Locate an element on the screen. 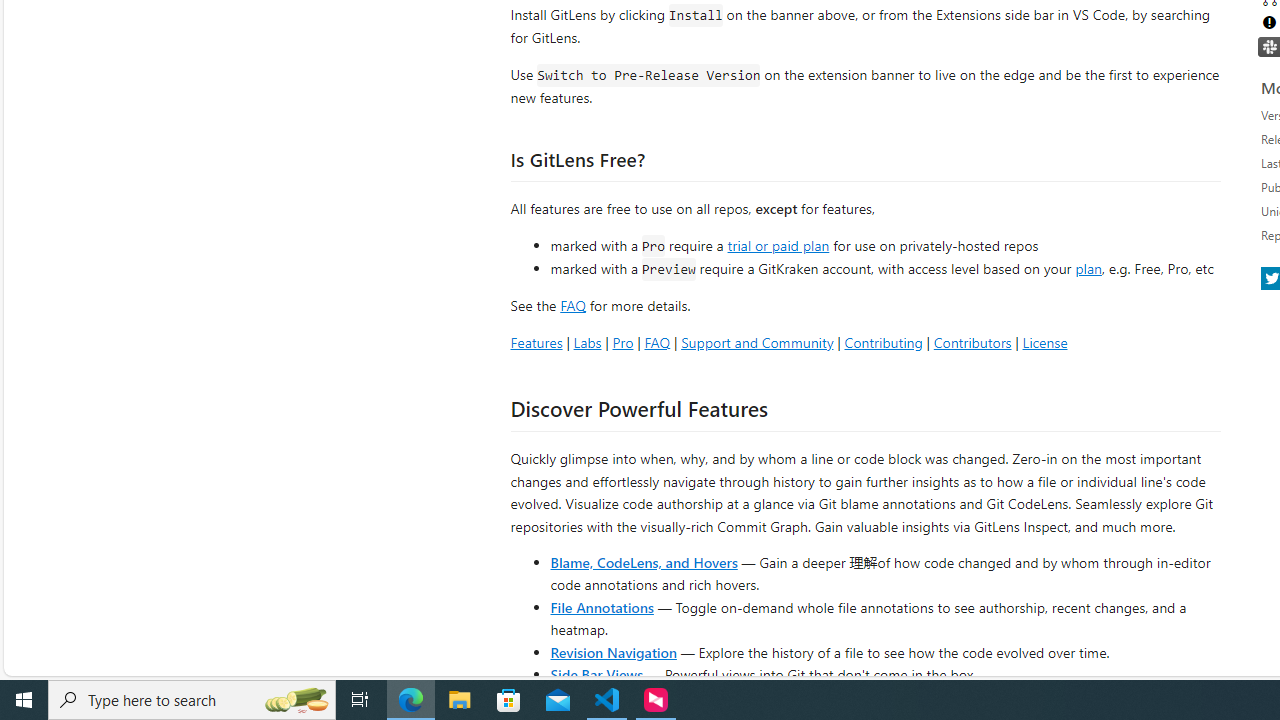 This screenshot has width=1280, height=720. 'Contributing' is located at coordinates (882, 341).